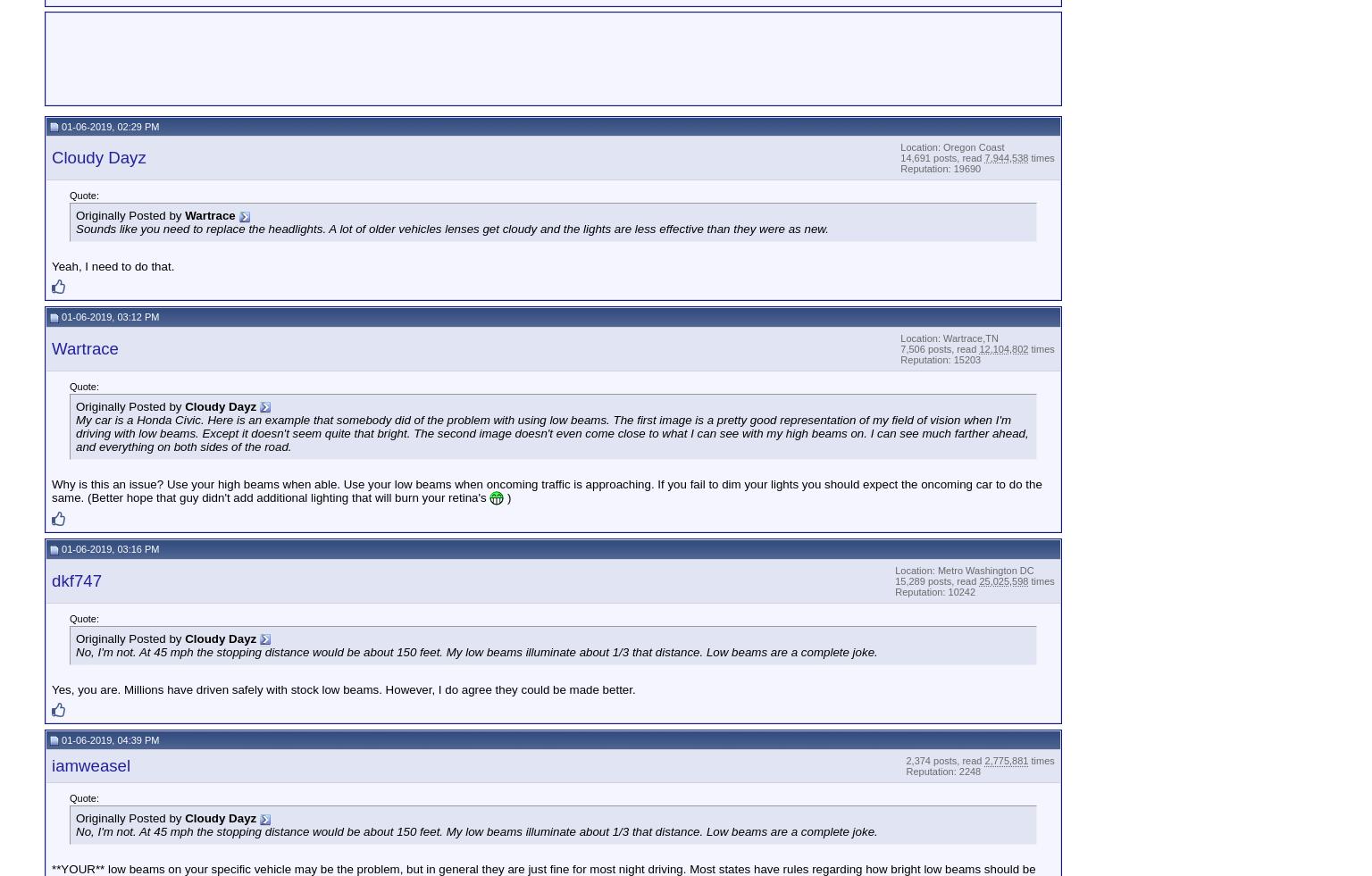 This screenshot has width=1372, height=876. I want to click on 'dkf747', so click(77, 580).